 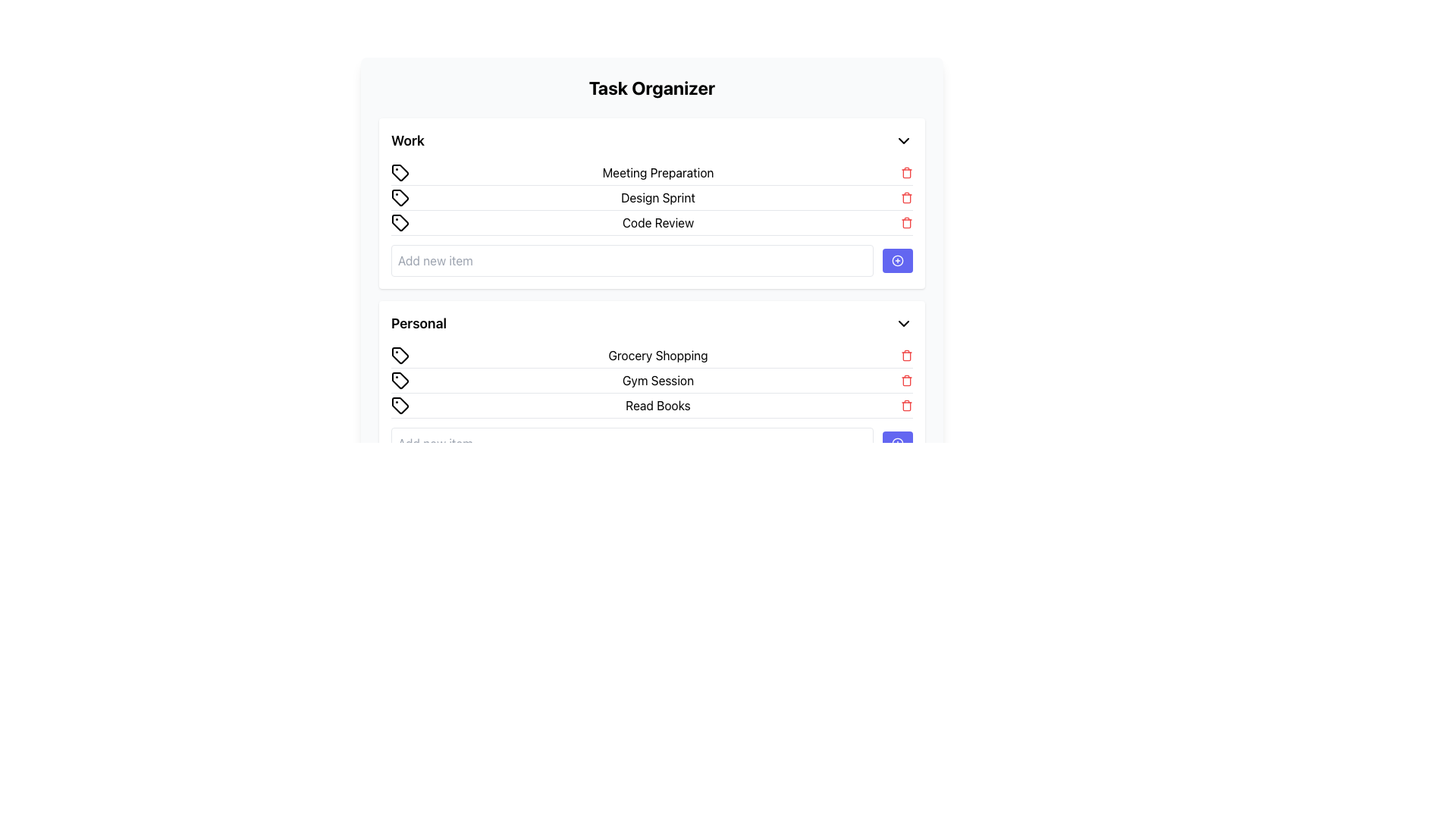 I want to click on the delete button located to the far right of the 'Design Sprint' task label, so click(x=906, y=197).